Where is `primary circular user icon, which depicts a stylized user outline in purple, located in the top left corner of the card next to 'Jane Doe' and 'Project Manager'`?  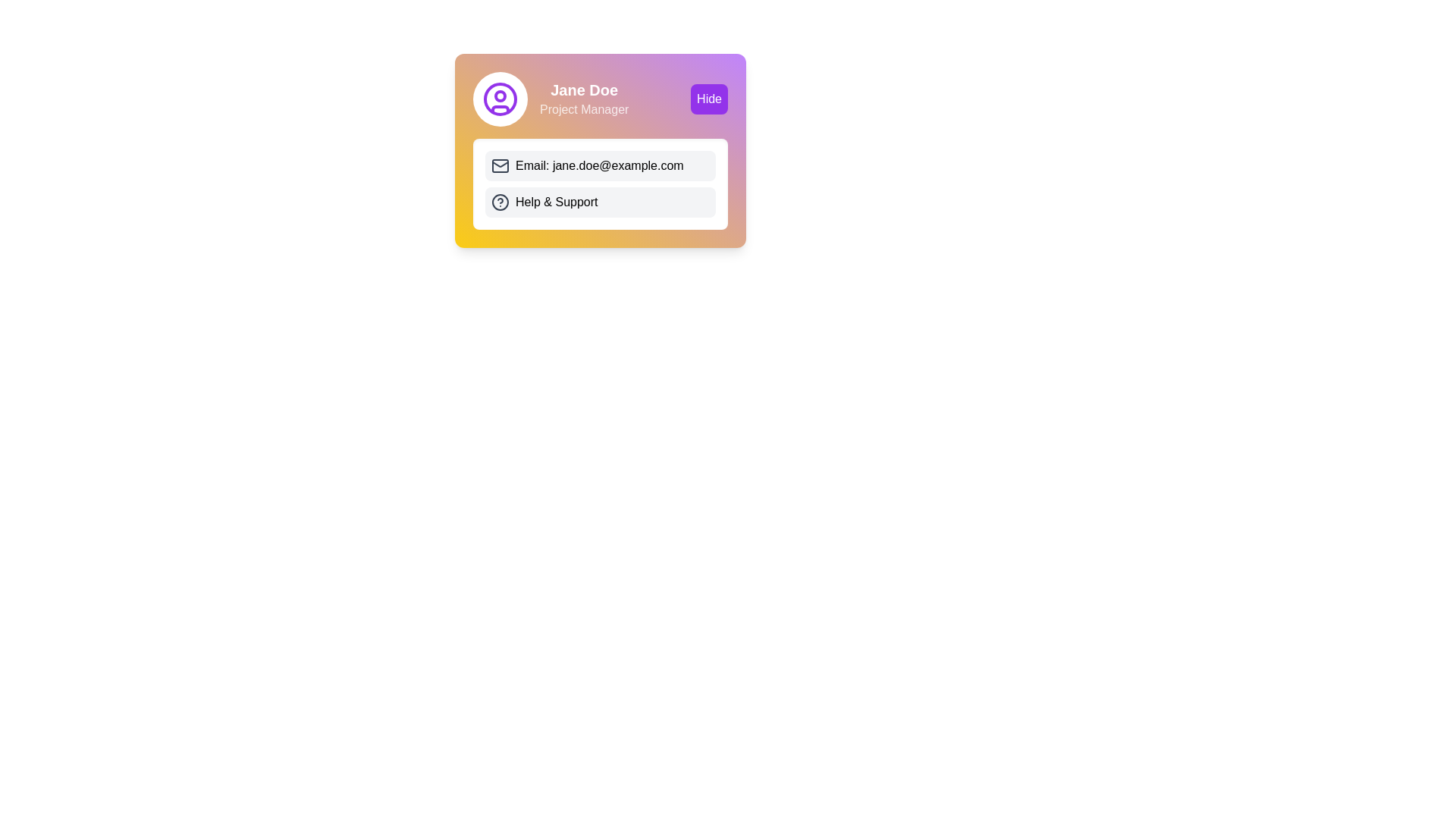
primary circular user icon, which depicts a stylized user outline in purple, located in the top left corner of the card next to 'Jane Doe' and 'Project Manager' is located at coordinates (500, 99).